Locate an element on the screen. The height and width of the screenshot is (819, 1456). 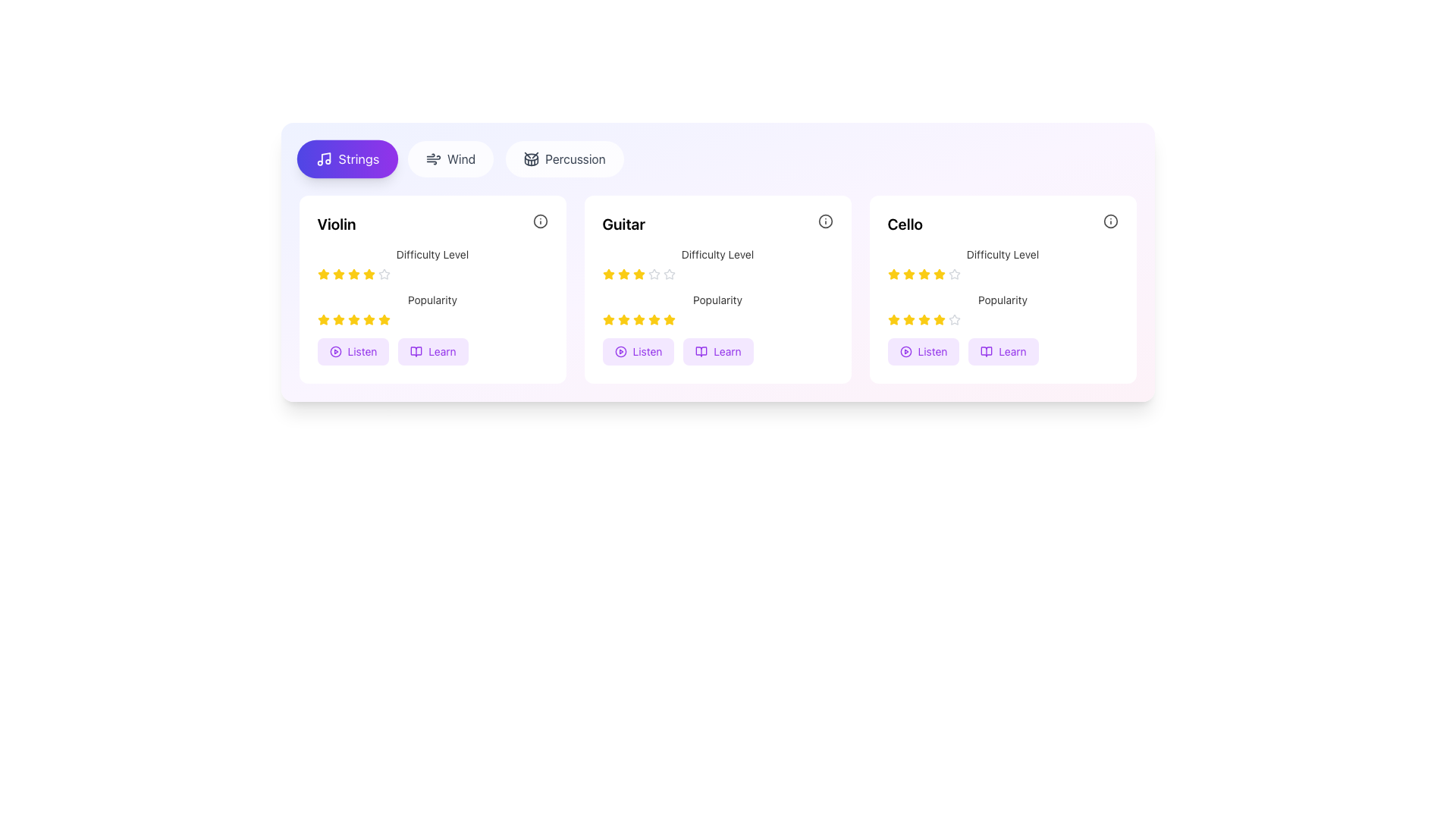
the small gray static text labeled 'Popularity' located in the second card titled 'Guitar', positioned below the 'Difficulty Level' text and above another row of rating stars is located at coordinates (717, 300).